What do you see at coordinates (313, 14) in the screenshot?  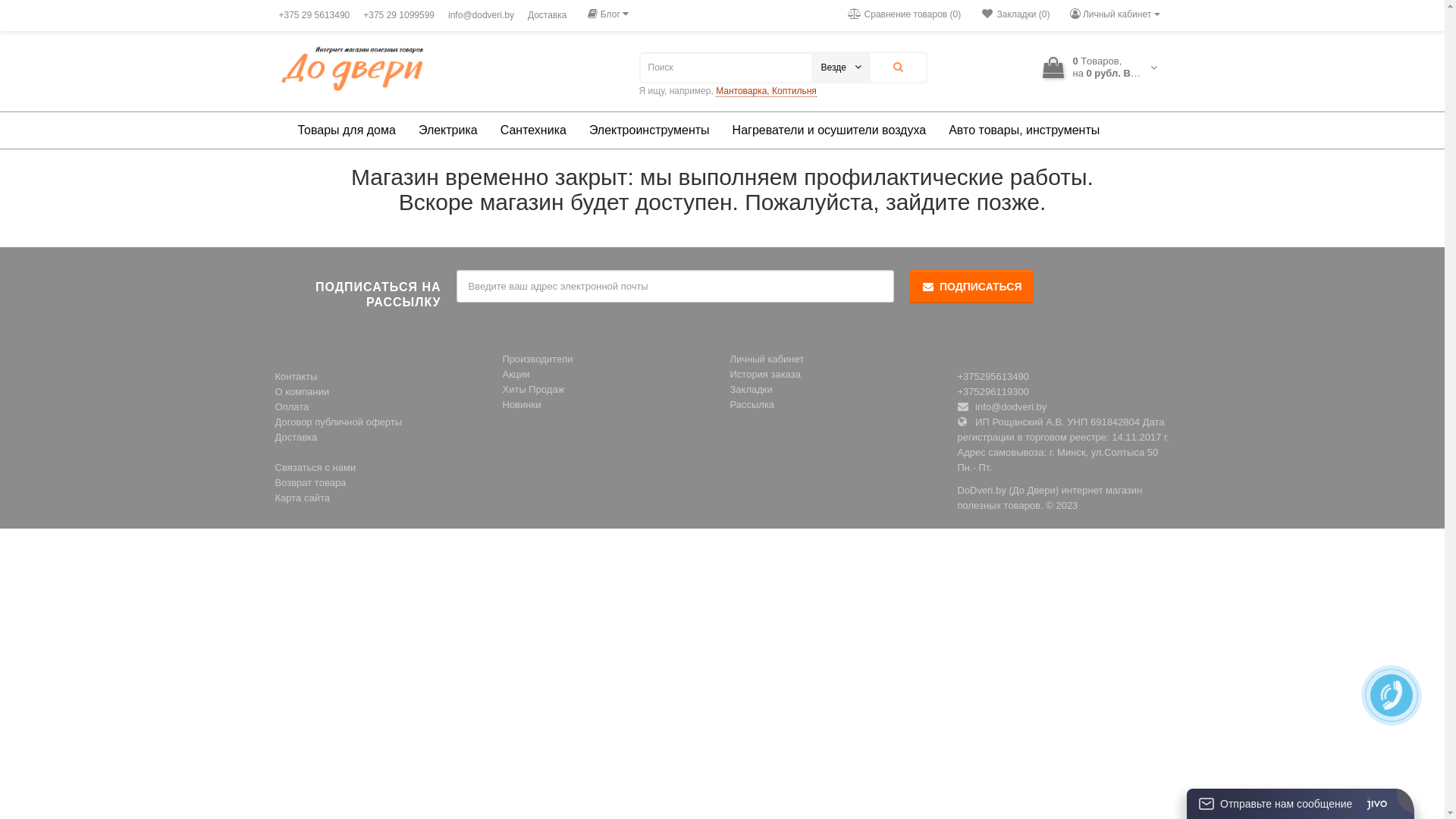 I see `'+375 29 5613490'` at bounding box center [313, 14].